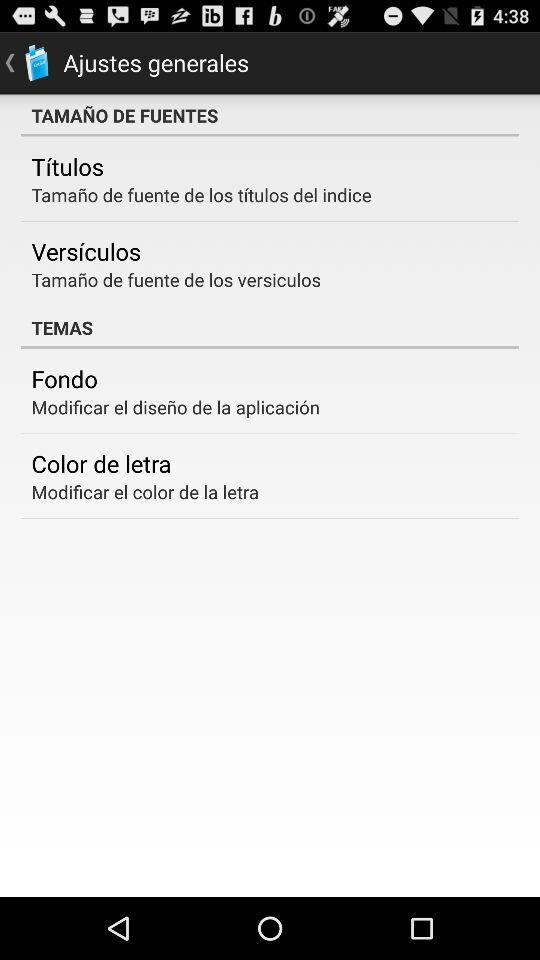 The height and width of the screenshot is (960, 540). I want to click on fondo app, so click(64, 377).